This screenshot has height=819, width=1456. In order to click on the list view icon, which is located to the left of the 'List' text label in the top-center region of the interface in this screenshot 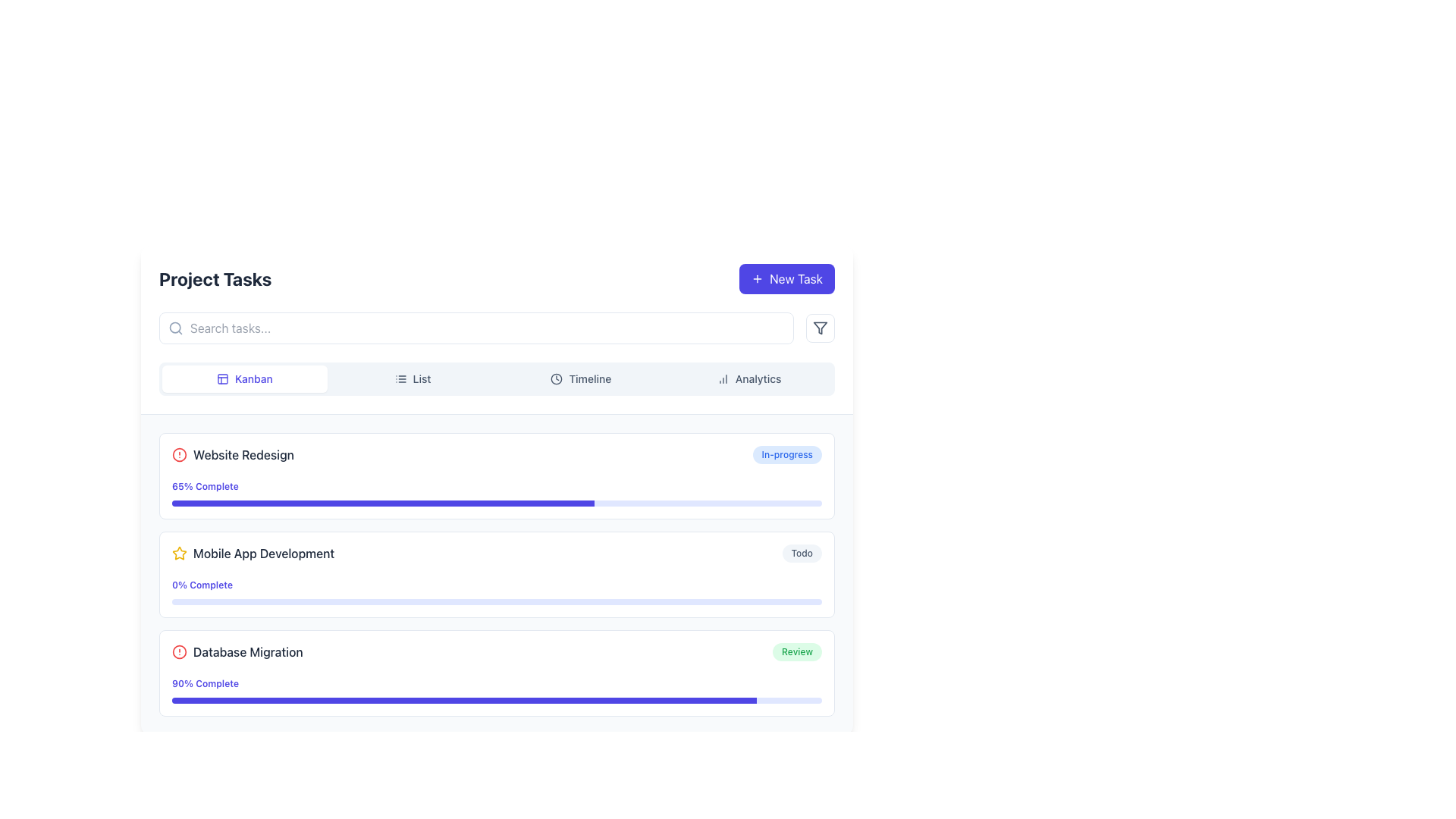, I will do `click(400, 378)`.